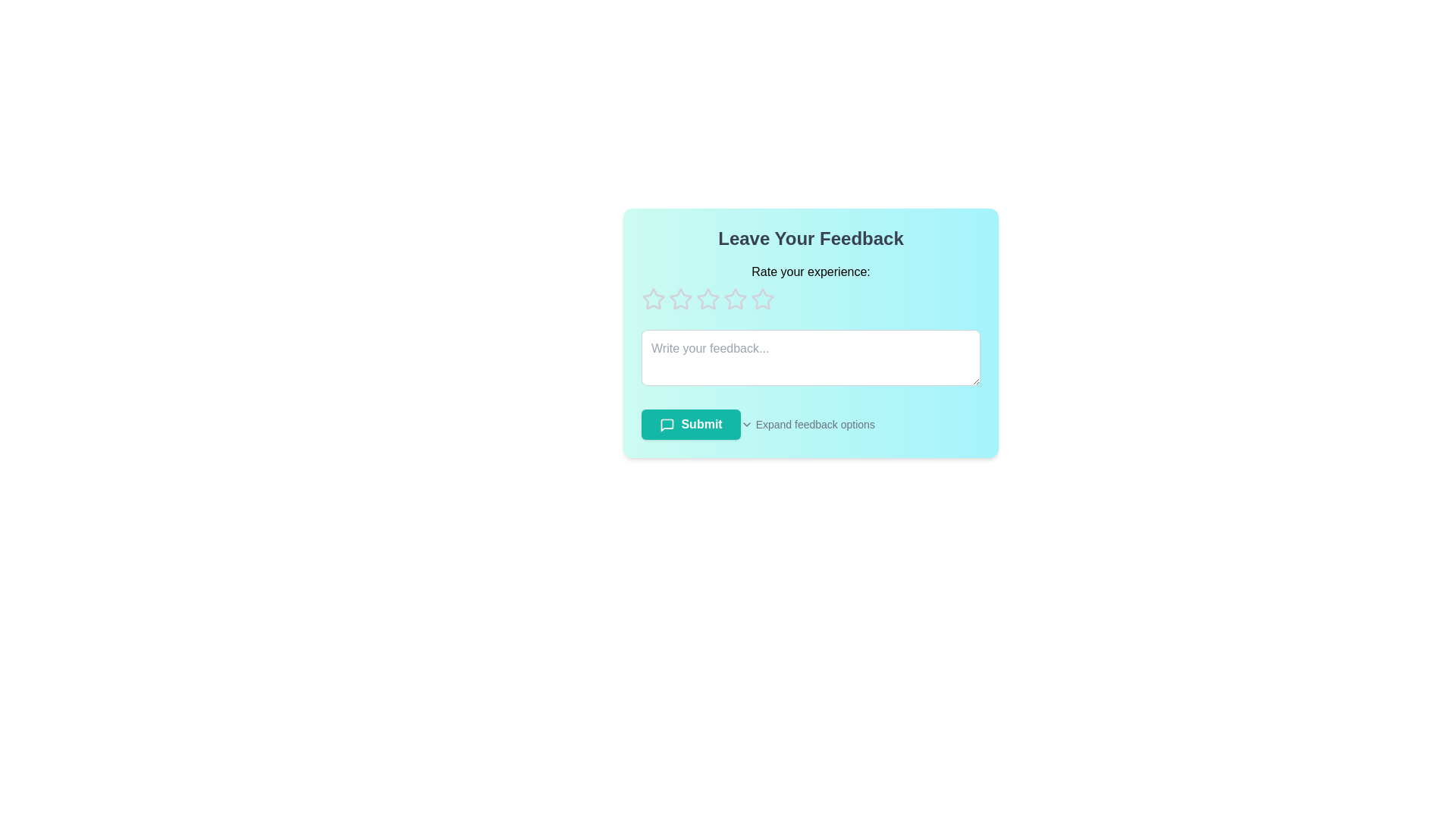 The height and width of the screenshot is (819, 1456). What do you see at coordinates (667, 424) in the screenshot?
I see `the teal speech bubble icon located at the left part of the 'Submit' button within the feedback form` at bounding box center [667, 424].